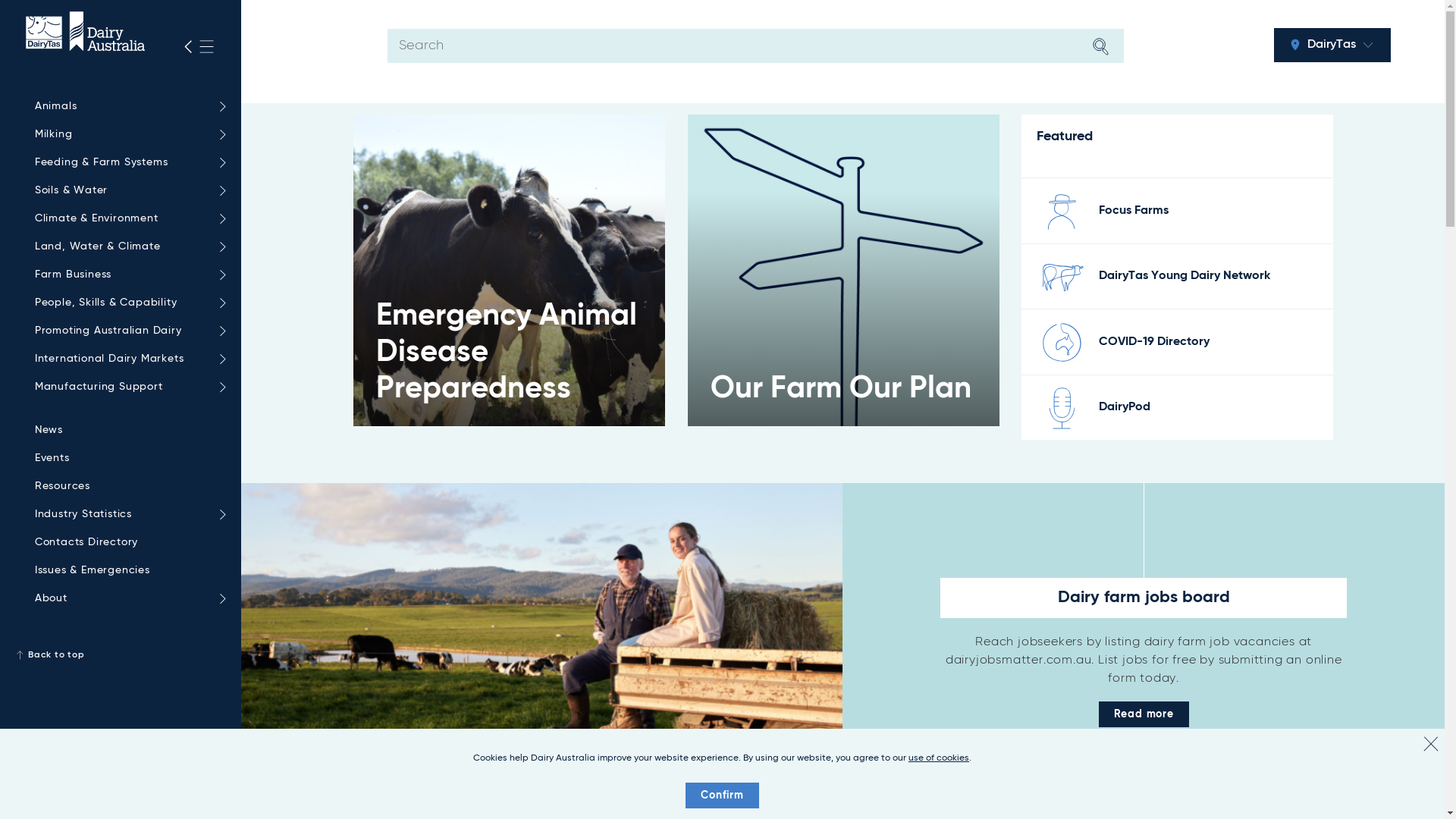  Describe the element at coordinates (127, 133) in the screenshot. I see `'Milking'` at that location.